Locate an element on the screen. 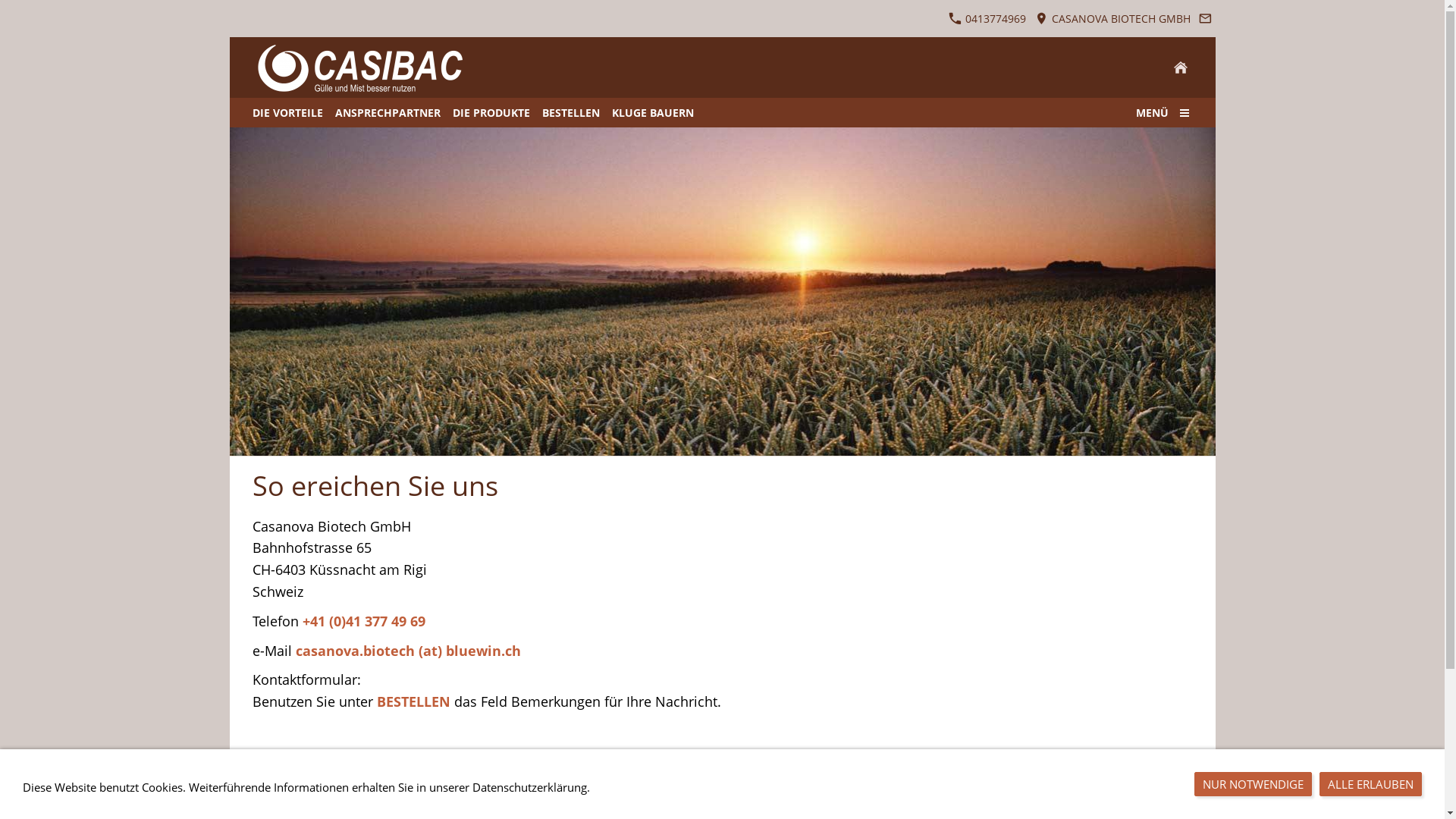 This screenshot has width=1456, height=819. 'DIE PRODUKTE' is located at coordinates (491, 111).